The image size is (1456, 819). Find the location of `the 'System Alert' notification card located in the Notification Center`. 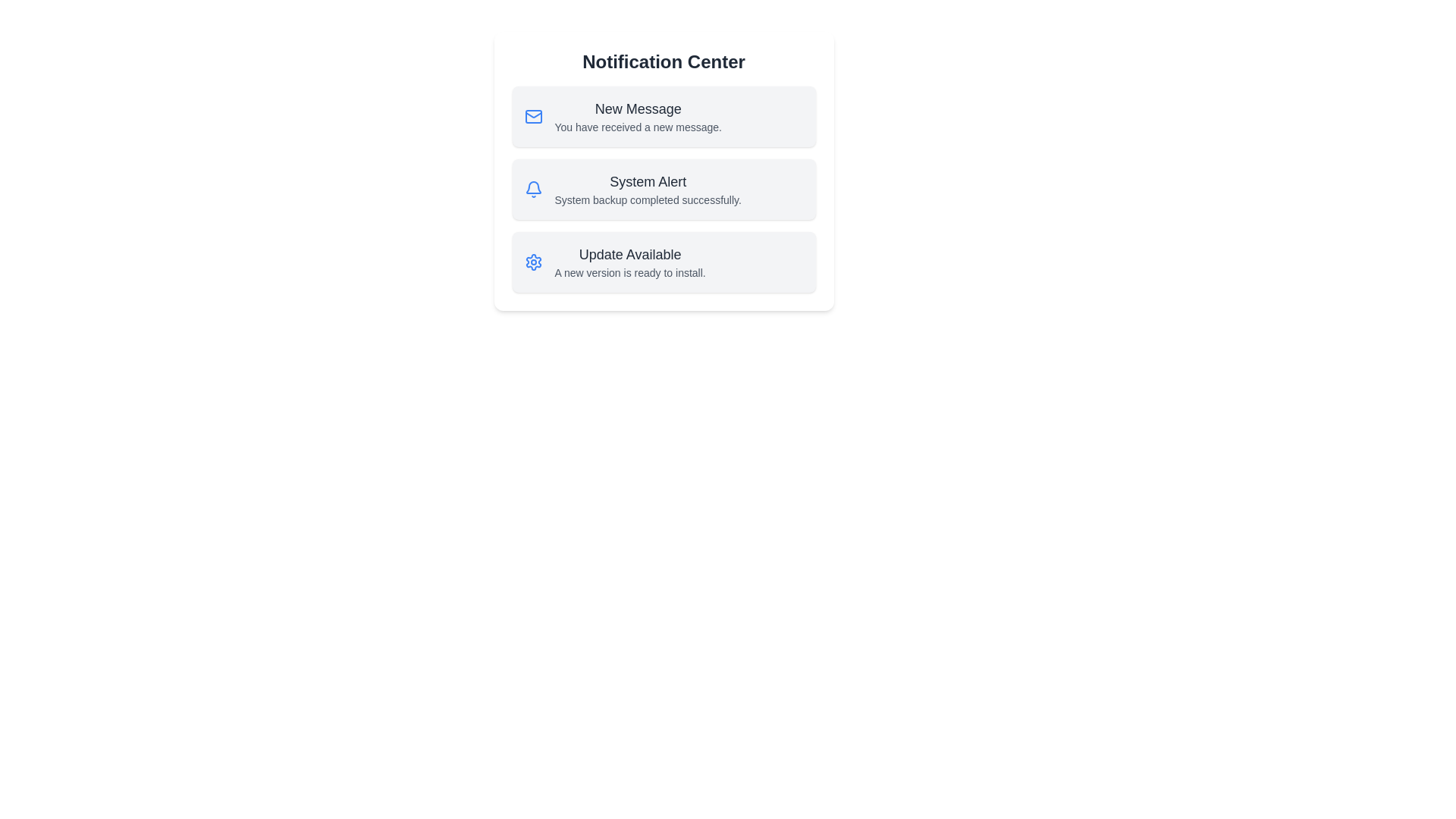

the 'System Alert' notification card located in the Notification Center is located at coordinates (664, 189).